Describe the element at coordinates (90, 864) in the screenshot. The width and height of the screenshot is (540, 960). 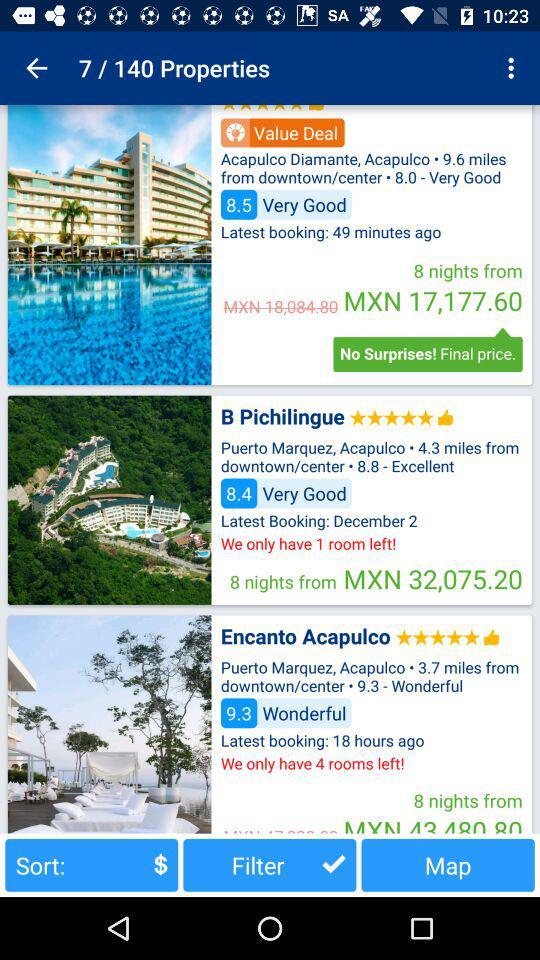
I see `icon next to filter item` at that location.